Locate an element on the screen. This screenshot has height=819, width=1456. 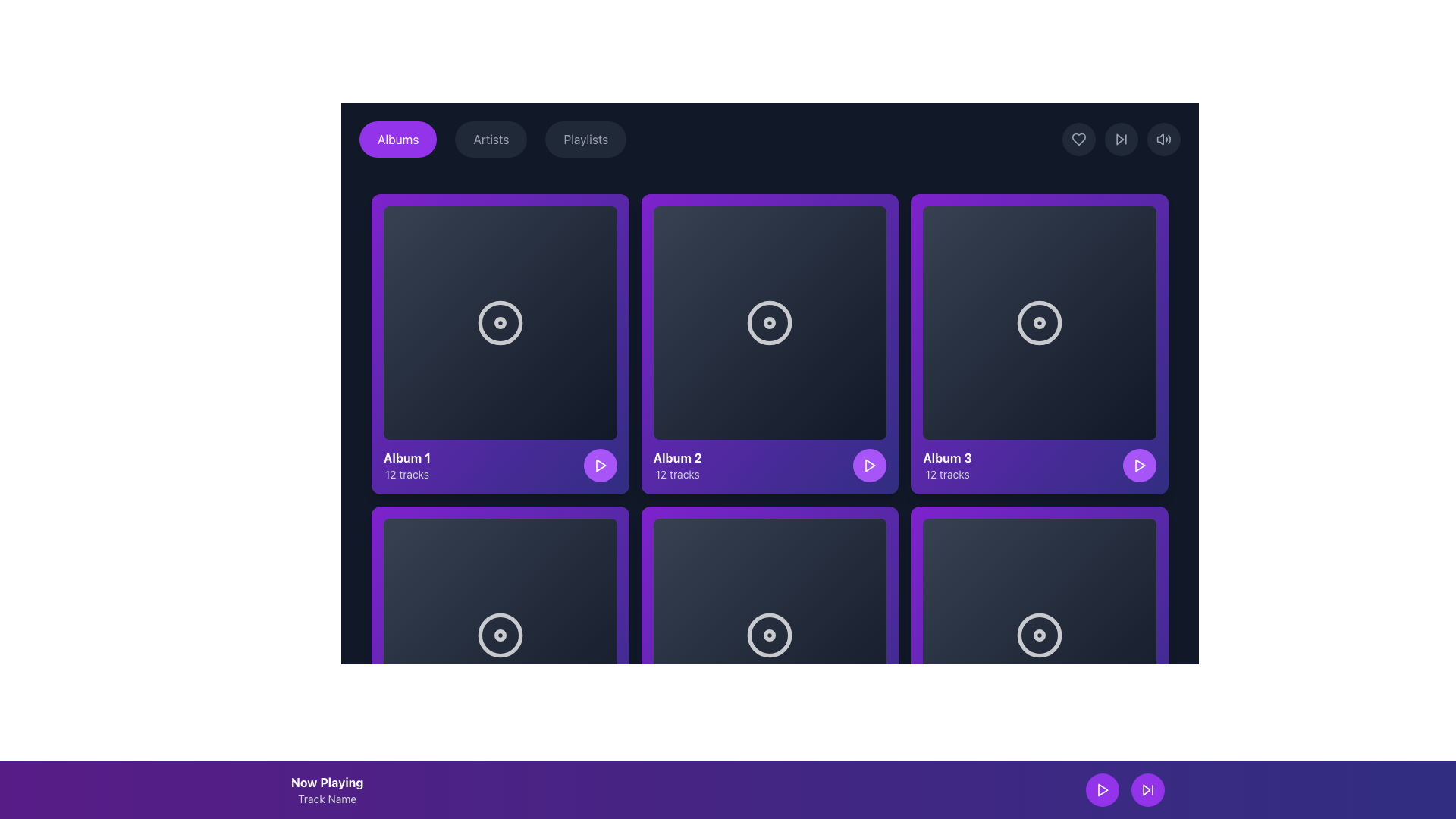
the circular icon with a white stroke and filled circle located at the center of the top-left card labeled 'Album 1' is located at coordinates (500, 322).